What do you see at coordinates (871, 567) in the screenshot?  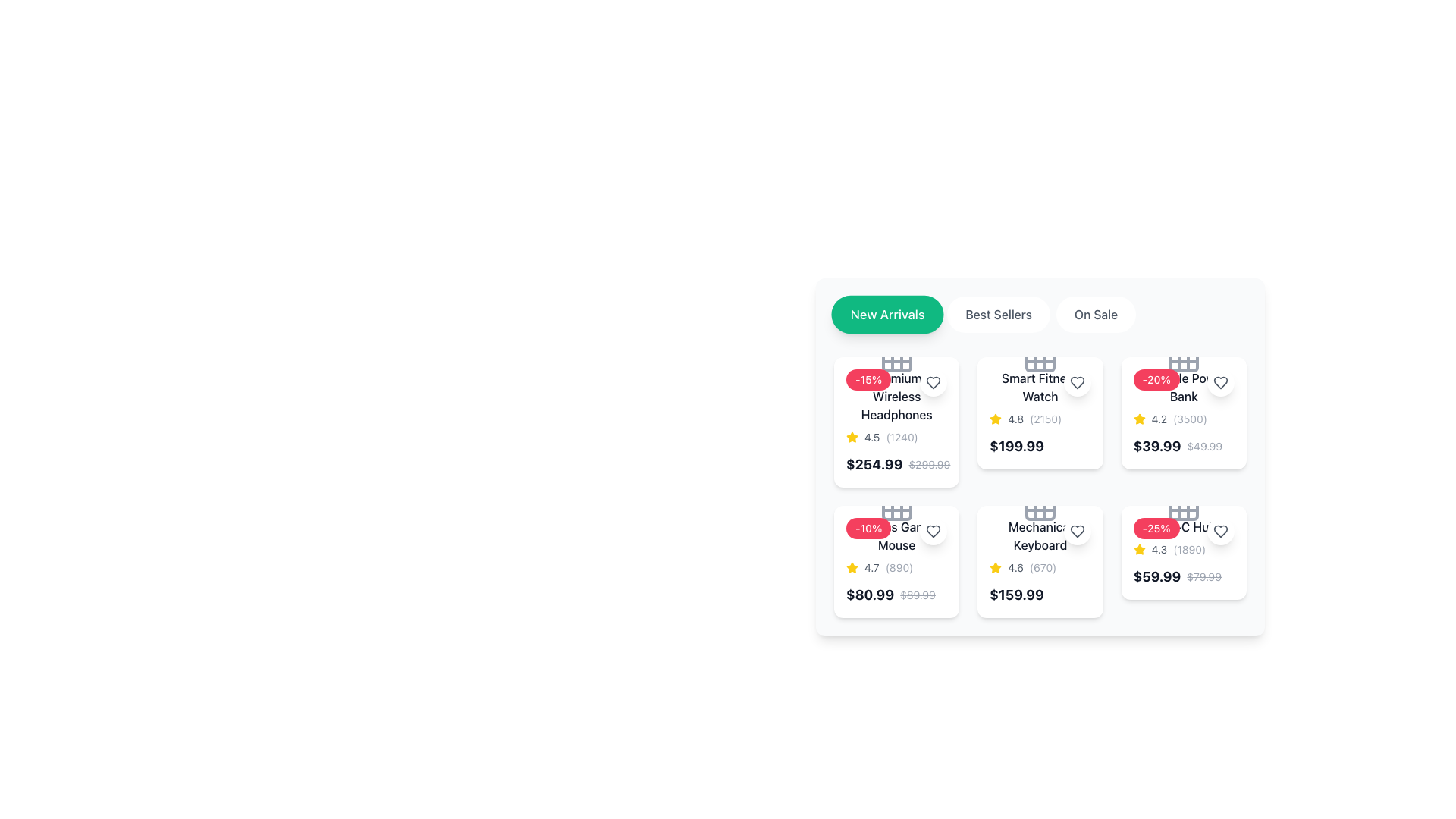 I see `the text element displaying '4.7' in gray color, located in the rating section of the second card in the second row of the product grid` at bounding box center [871, 567].